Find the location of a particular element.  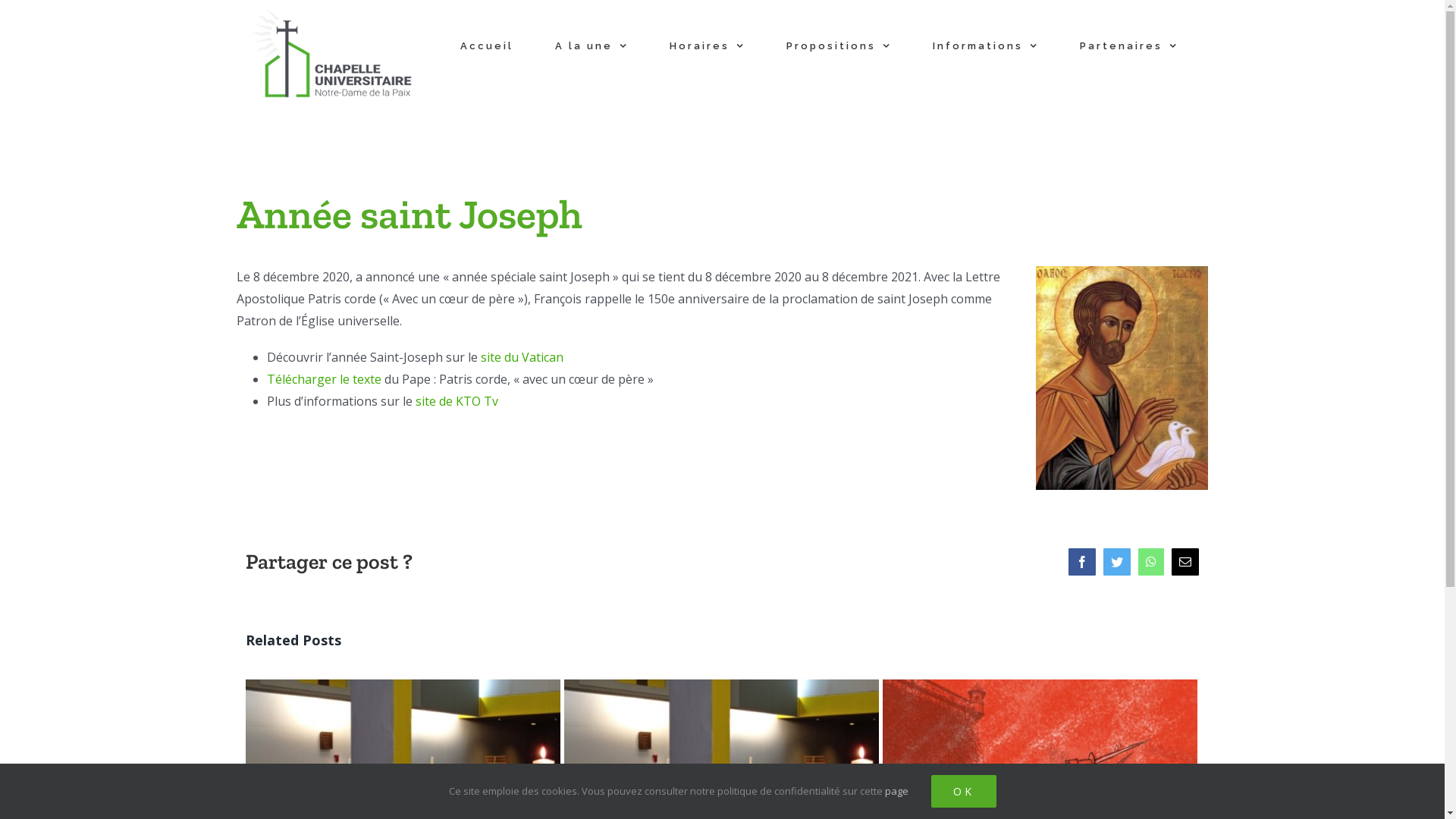

'Informations' is located at coordinates (984, 45).